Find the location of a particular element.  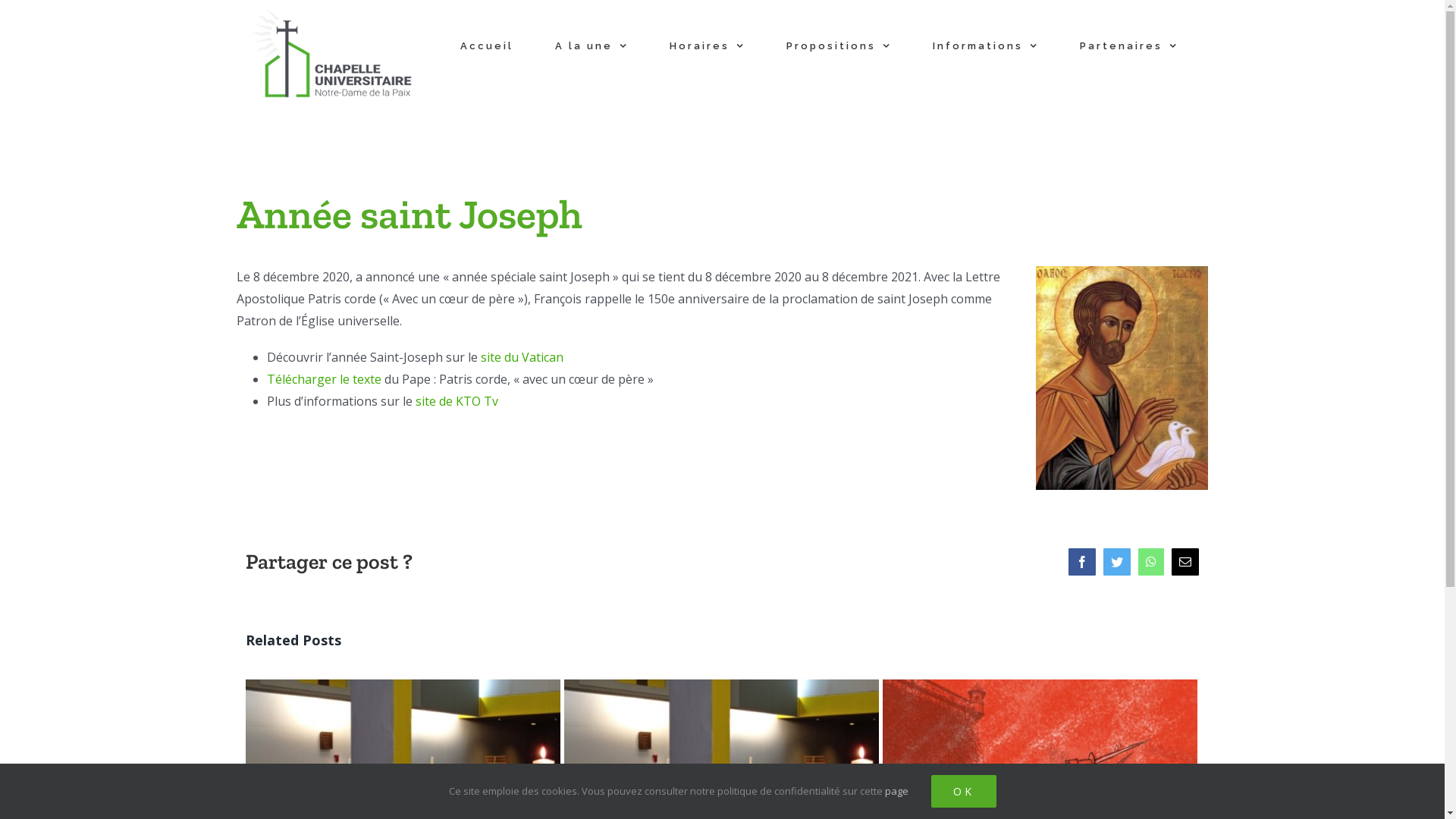

'Informations' is located at coordinates (984, 45).